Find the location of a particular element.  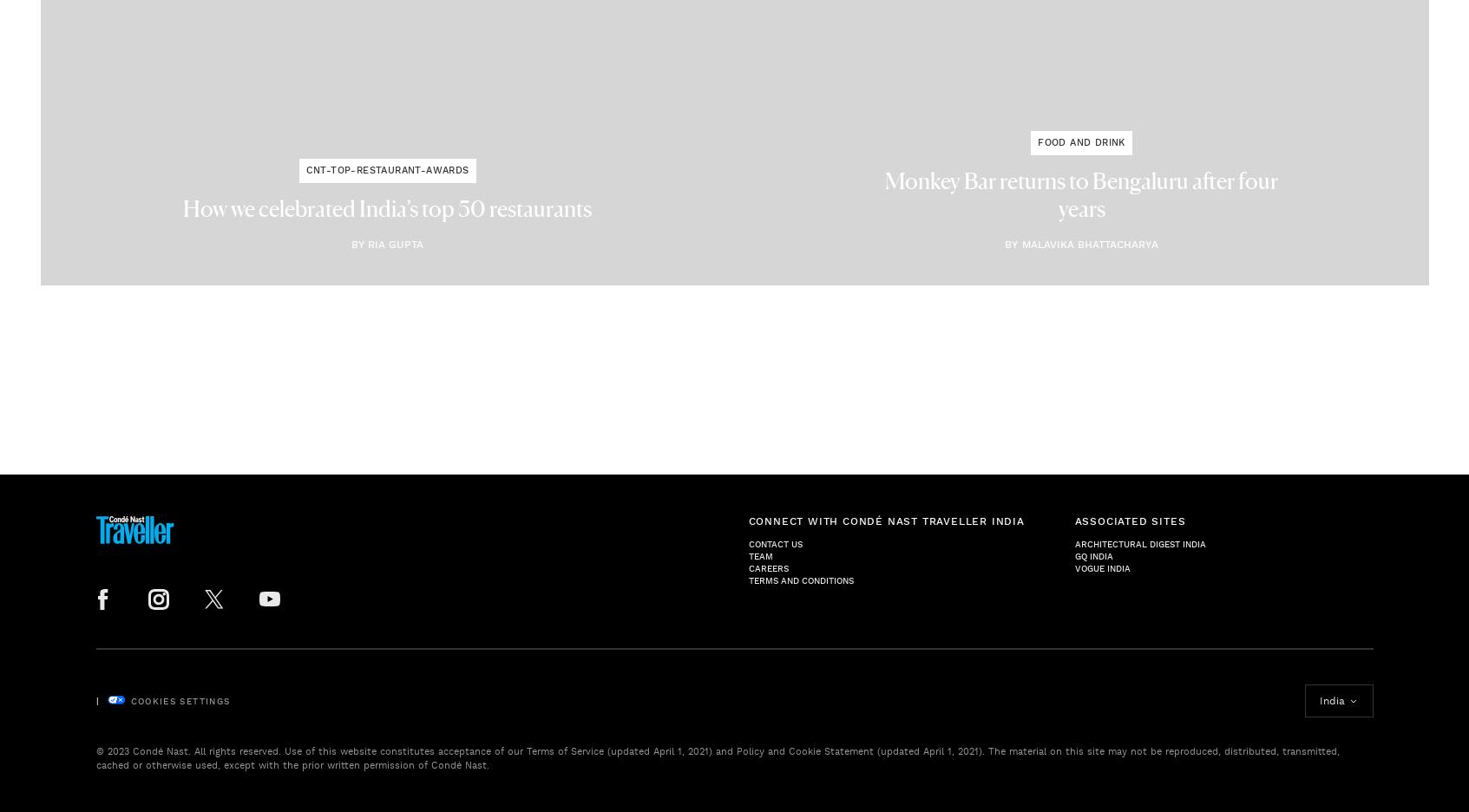

'cnt-top-restaurant-awards' is located at coordinates (305, 168).